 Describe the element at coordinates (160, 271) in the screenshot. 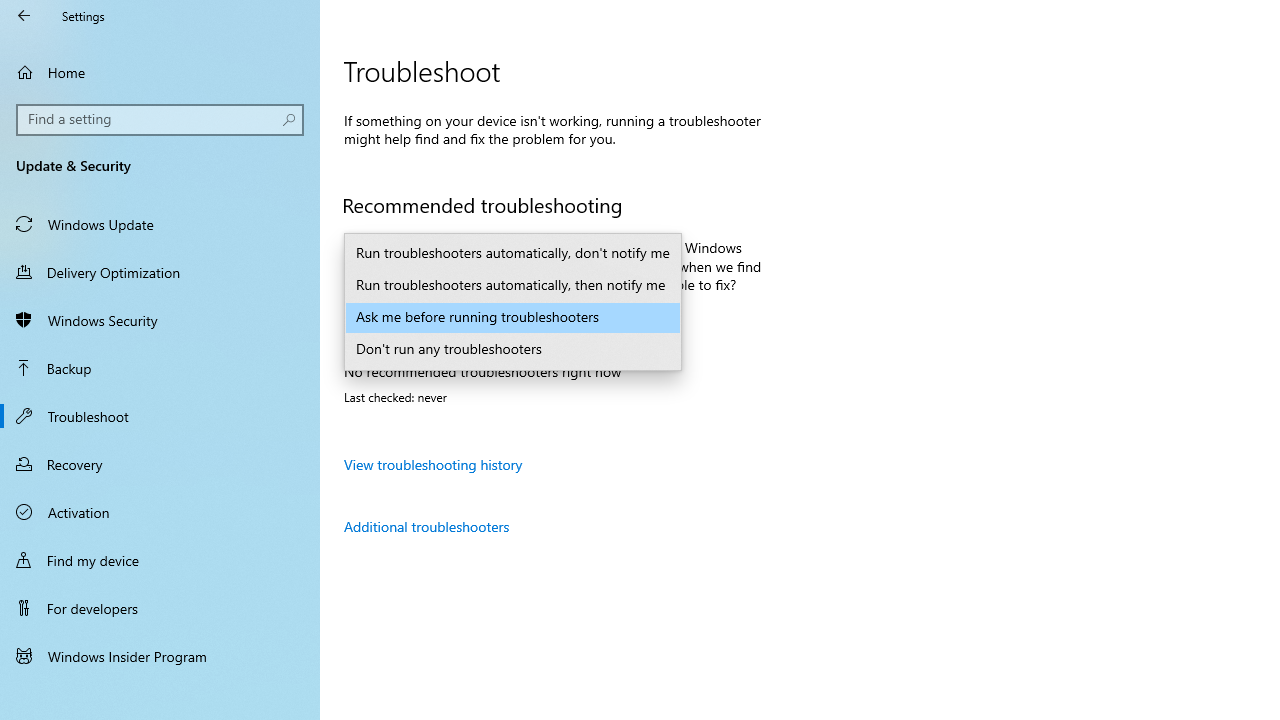

I see `'Delivery Optimization'` at that location.